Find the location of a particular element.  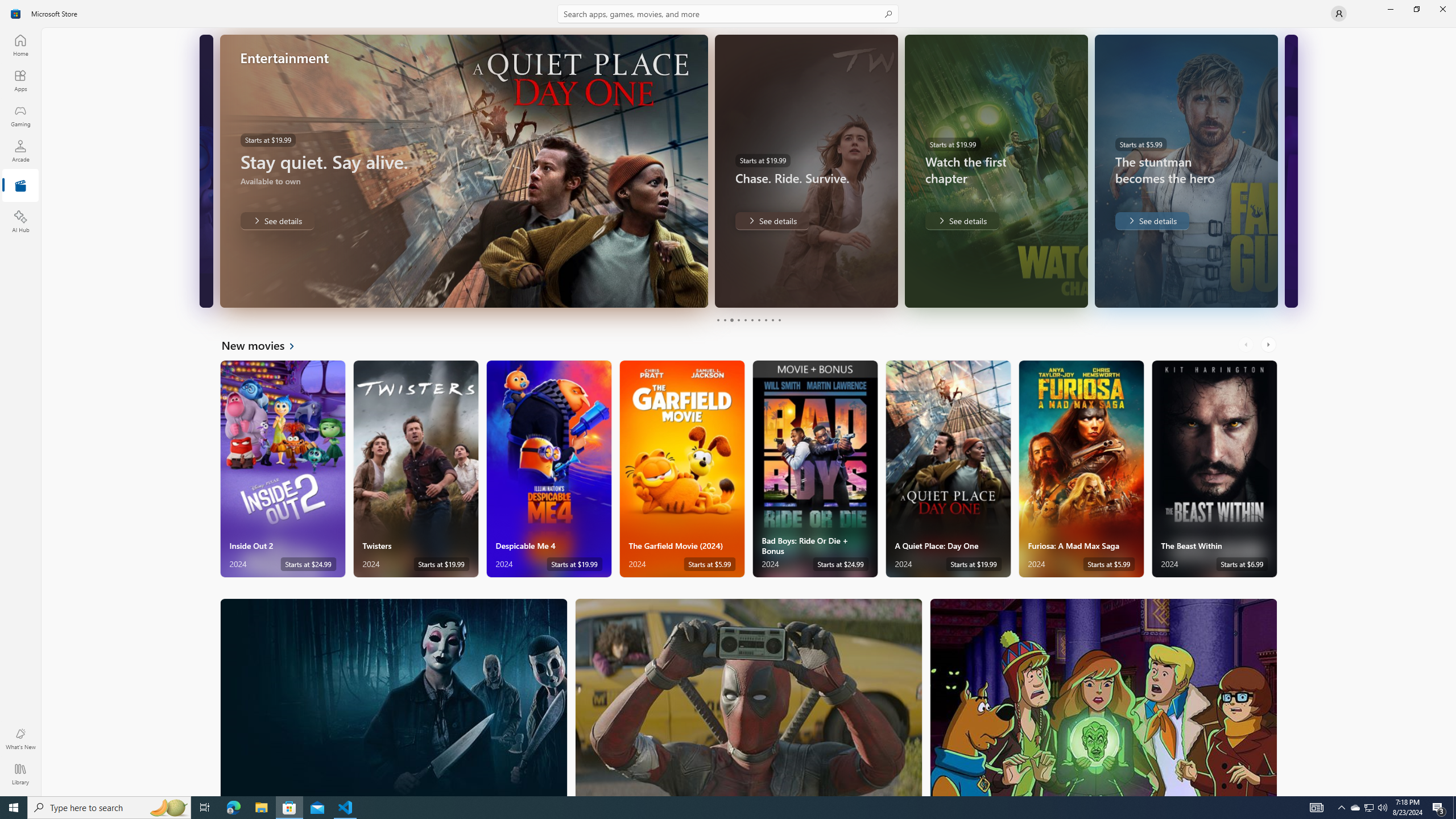

'Page 5' is located at coordinates (744, 320).